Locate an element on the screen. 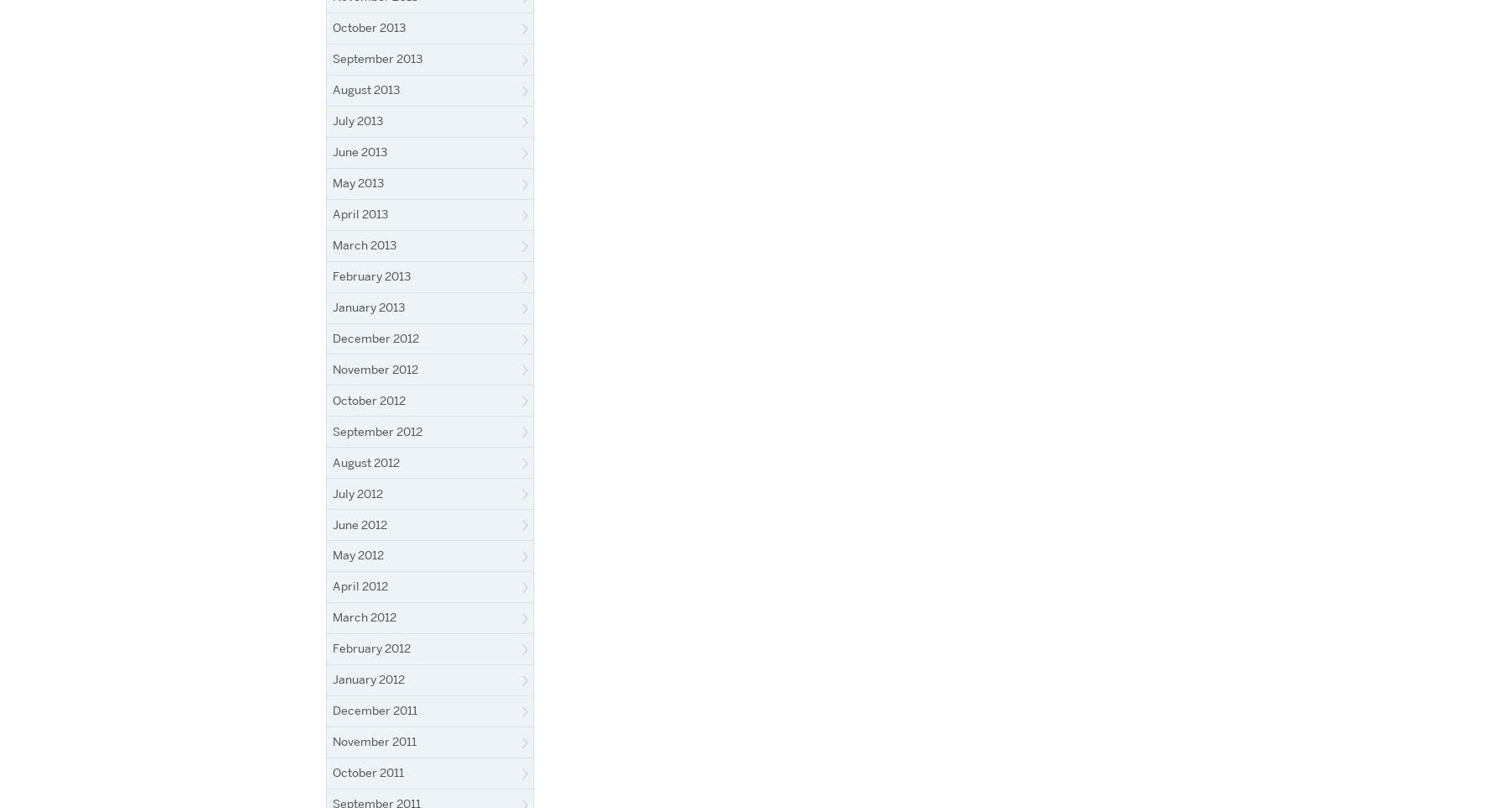 Image resolution: width=1512 pixels, height=808 pixels. 'April 2012' is located at coordinates (360, 585).